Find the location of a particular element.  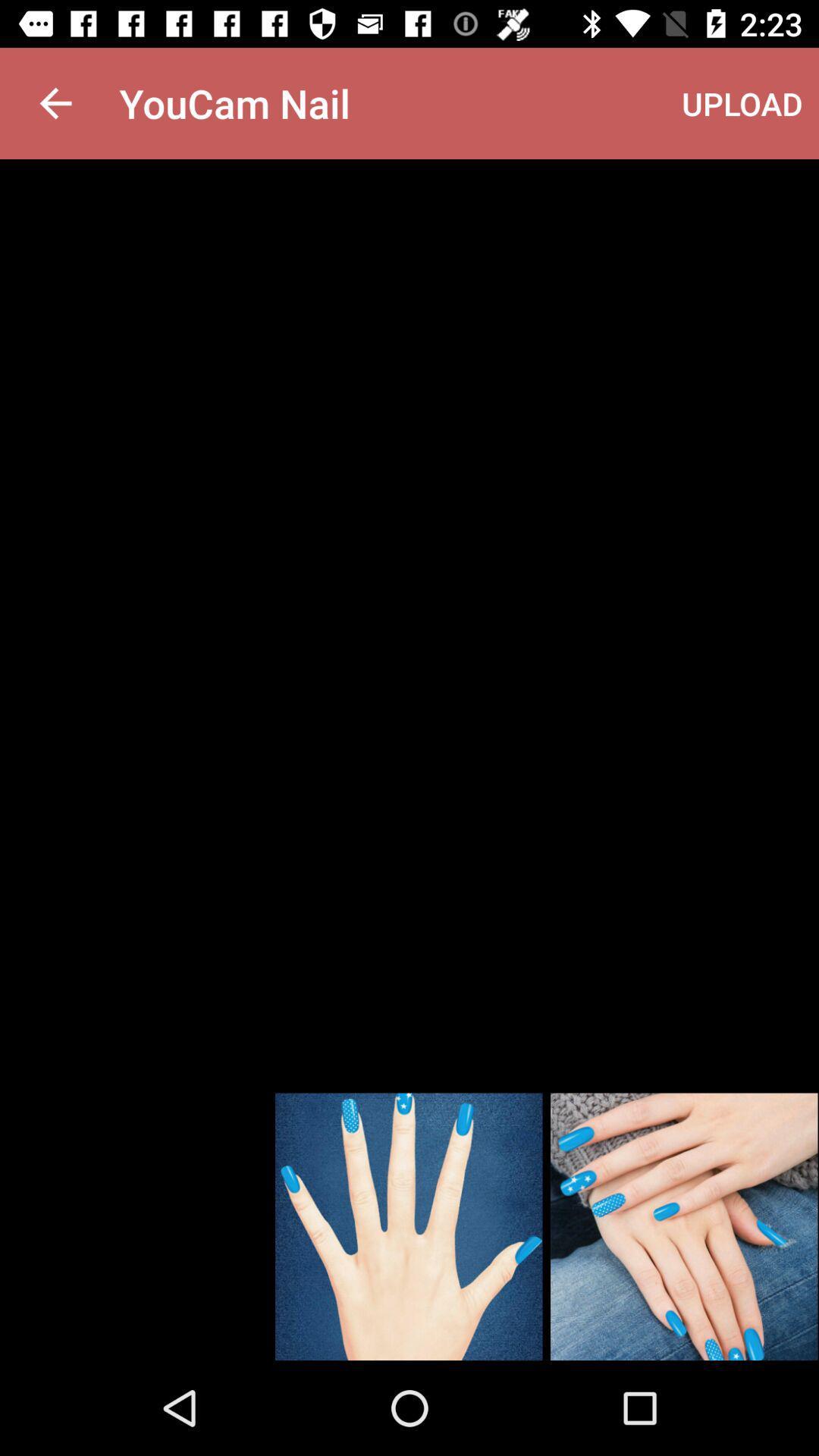

upload at the top right corner is located at coordinates (742, 102).